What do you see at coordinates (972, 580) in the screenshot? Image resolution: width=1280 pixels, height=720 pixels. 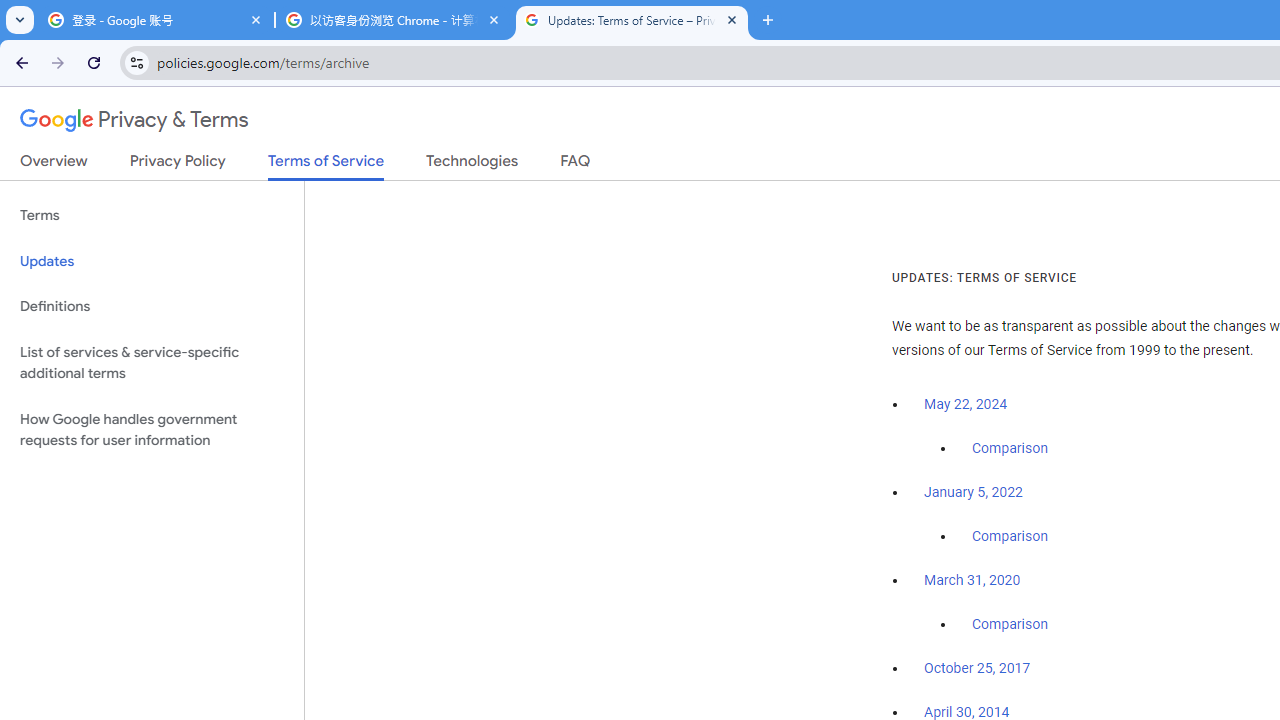 I see `'March 31, 2020'` at bounding box center [972, 580].